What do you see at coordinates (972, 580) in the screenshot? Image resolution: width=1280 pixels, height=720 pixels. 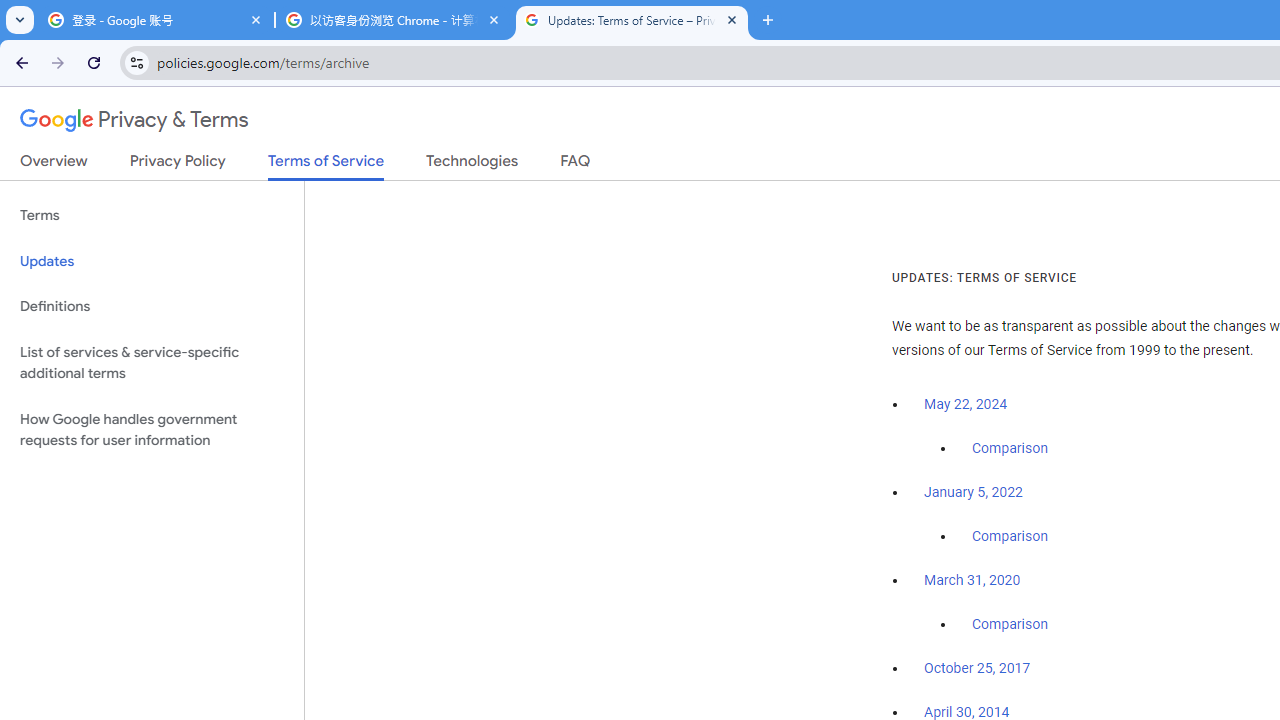 I see `'March 31, 2020'` at bounding box center [972, 580].